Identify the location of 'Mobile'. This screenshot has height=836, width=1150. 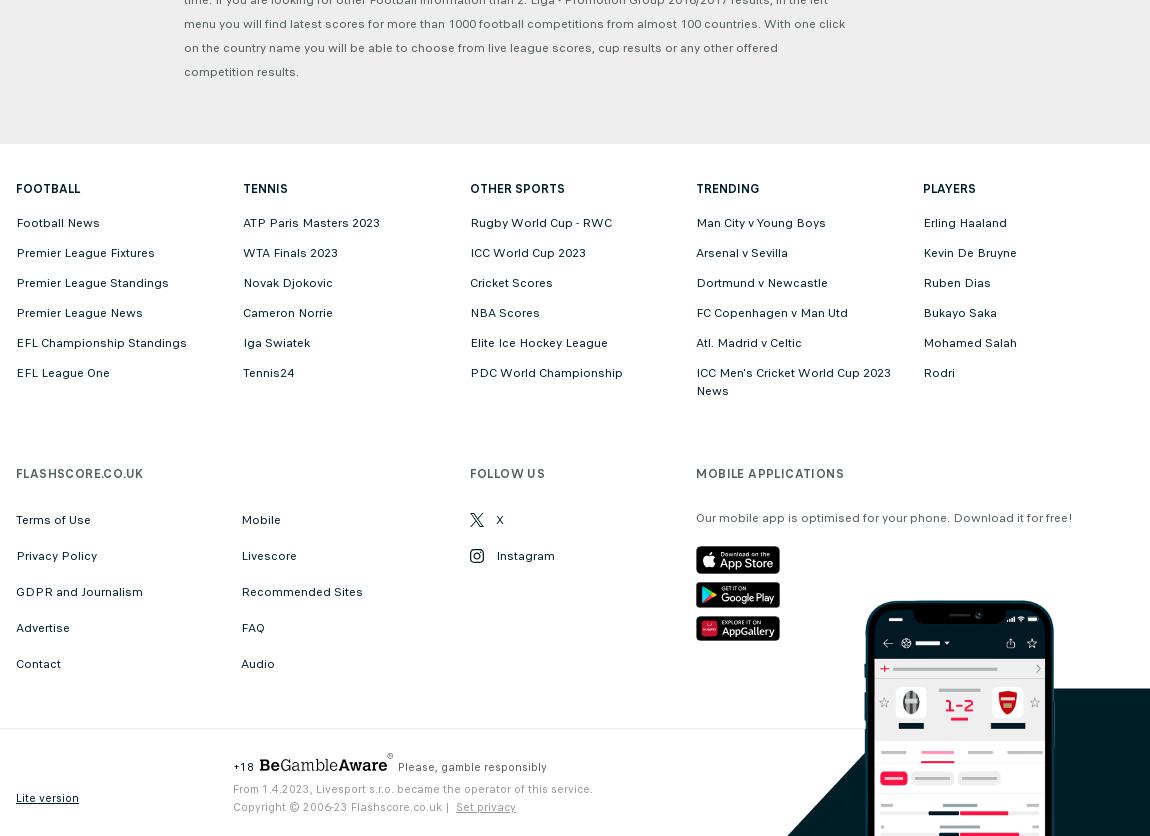
(240, 519).